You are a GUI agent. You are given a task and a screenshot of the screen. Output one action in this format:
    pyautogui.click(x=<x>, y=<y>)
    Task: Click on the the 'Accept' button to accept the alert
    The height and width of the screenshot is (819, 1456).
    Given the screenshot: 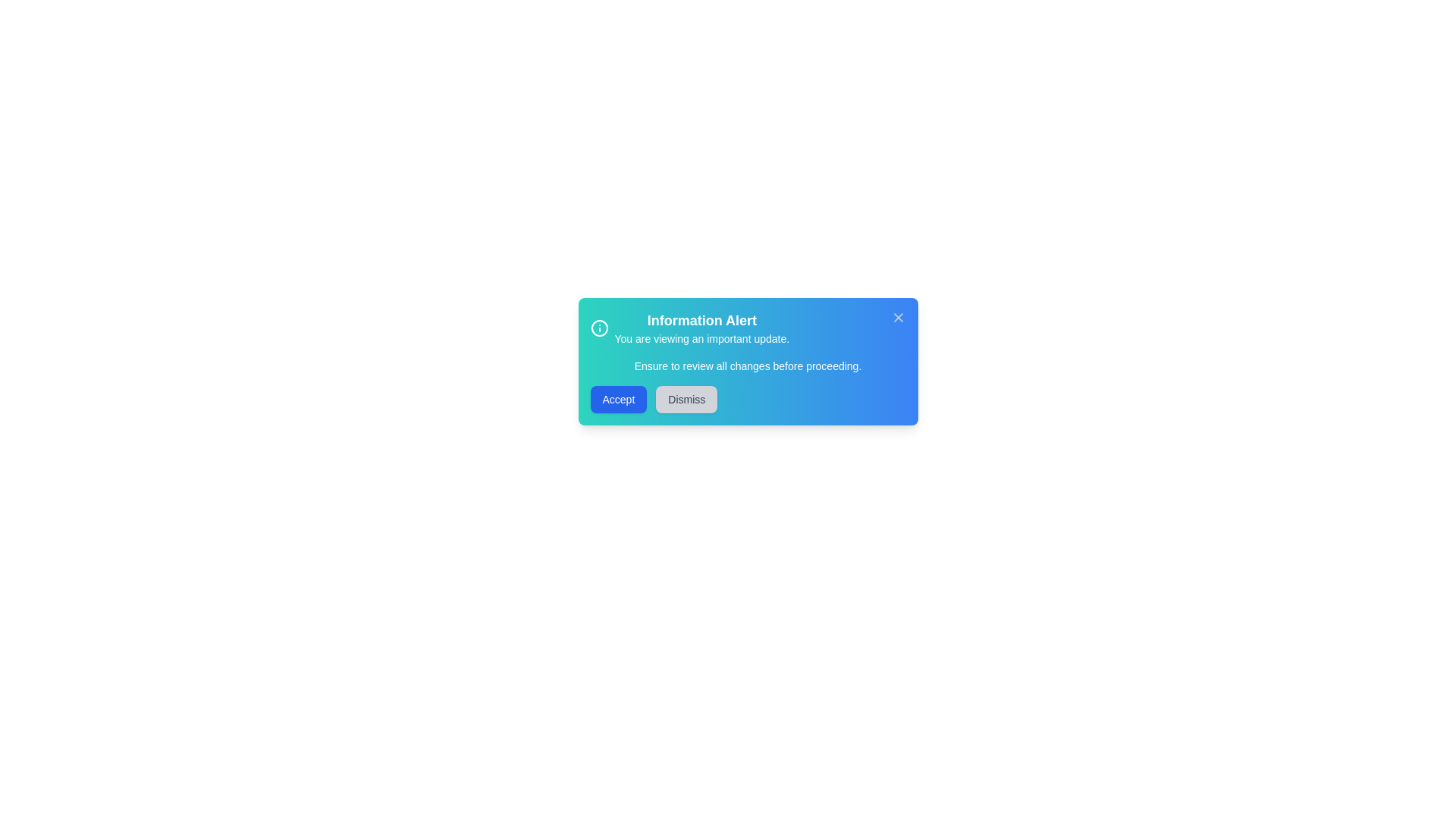 What is the action you would take?
    pyautogui.click(x=619, y=399)
    